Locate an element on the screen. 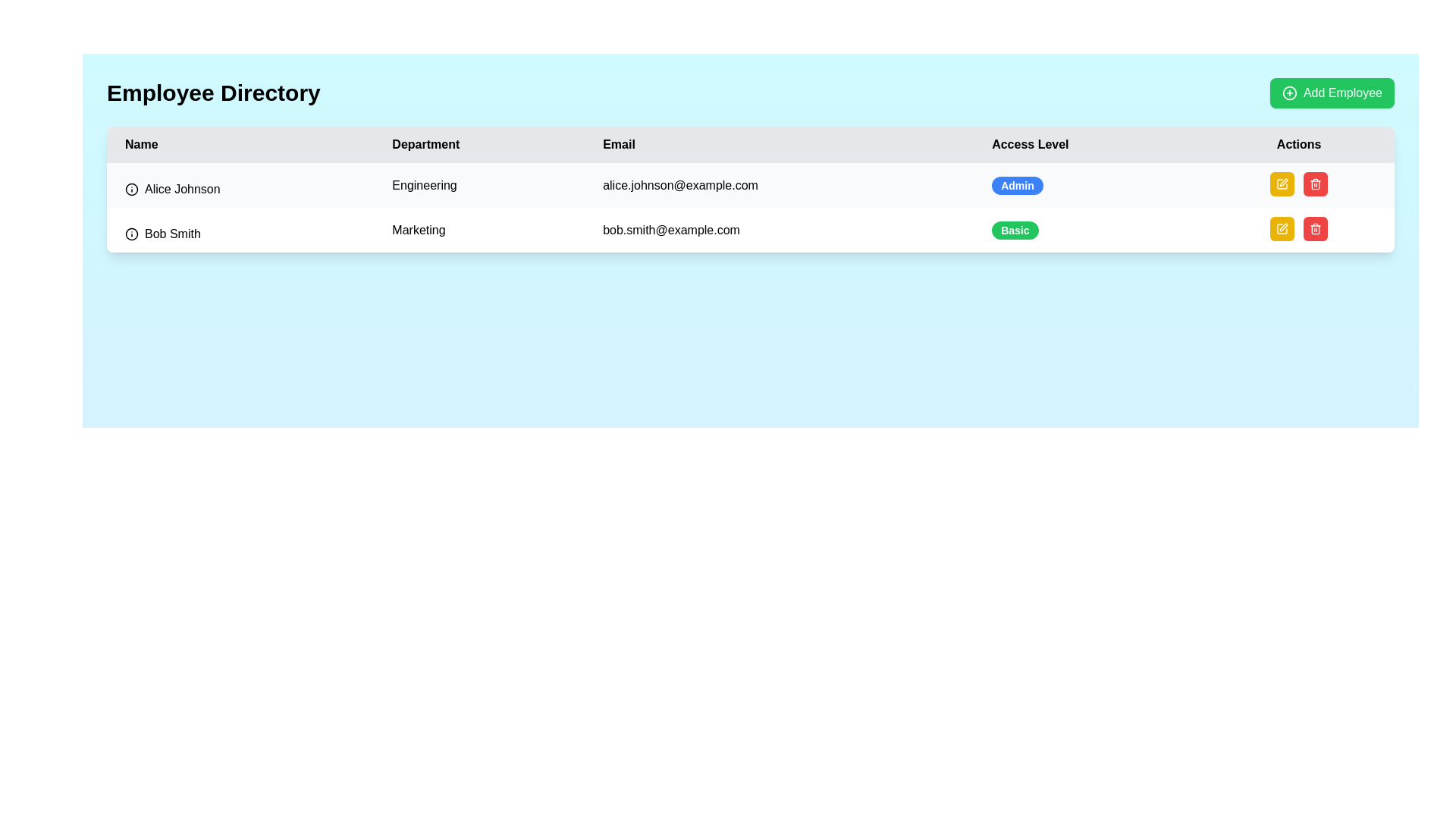 This screenshot has width=1456, height=819. the edit button in the second row of the employee table is located at coordinates (1282, 228).